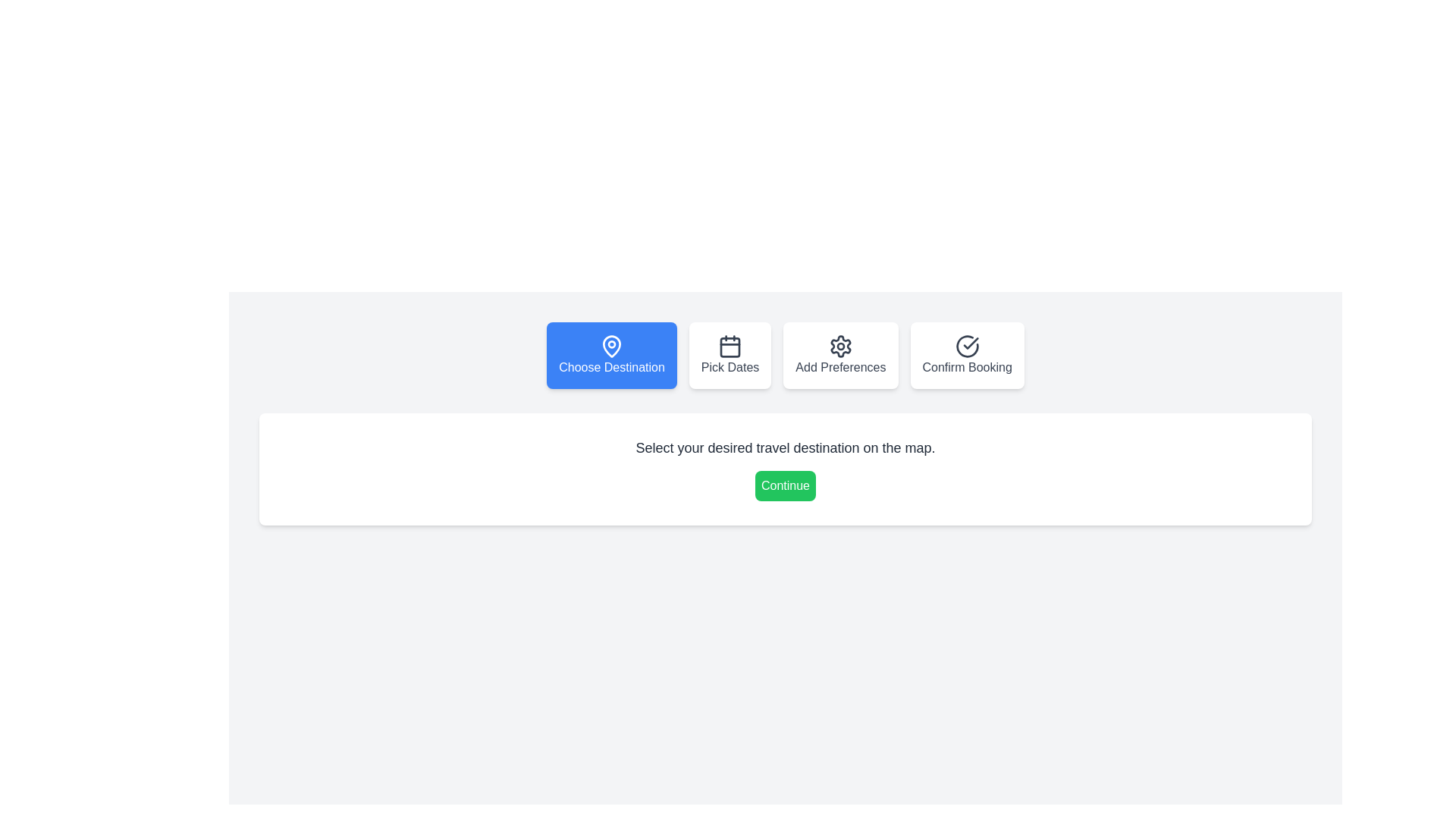 The height and width of the screenshot is (819, 1456). What do you see at coordinates (839, 356) in the screenshot?
I see `the step navigation button for Add Preferences` at bounding box center [839, 356].